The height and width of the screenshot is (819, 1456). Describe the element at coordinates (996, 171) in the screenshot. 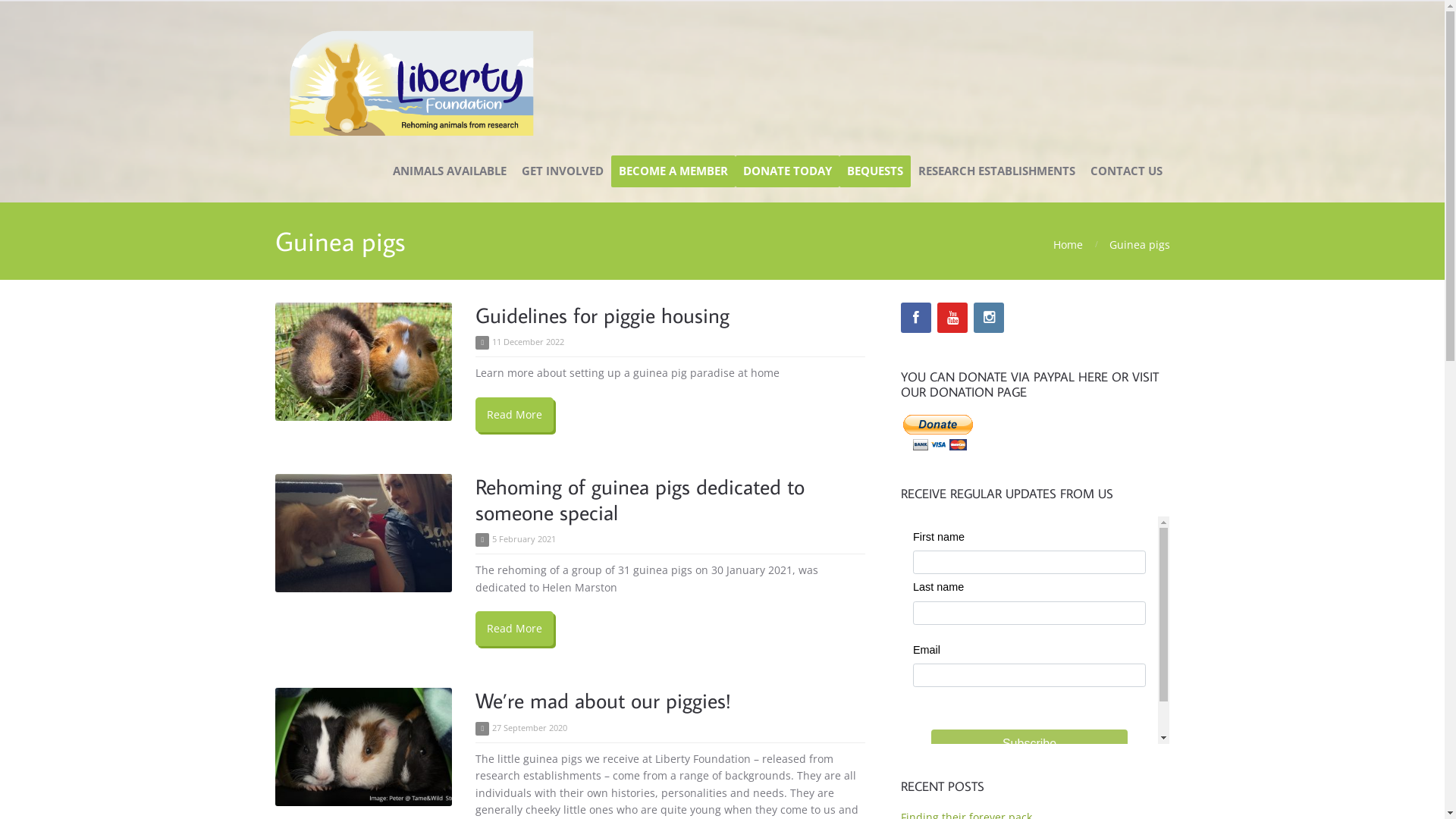

I see `'RESEARCH ESTABLISHMENTS'` at that location.